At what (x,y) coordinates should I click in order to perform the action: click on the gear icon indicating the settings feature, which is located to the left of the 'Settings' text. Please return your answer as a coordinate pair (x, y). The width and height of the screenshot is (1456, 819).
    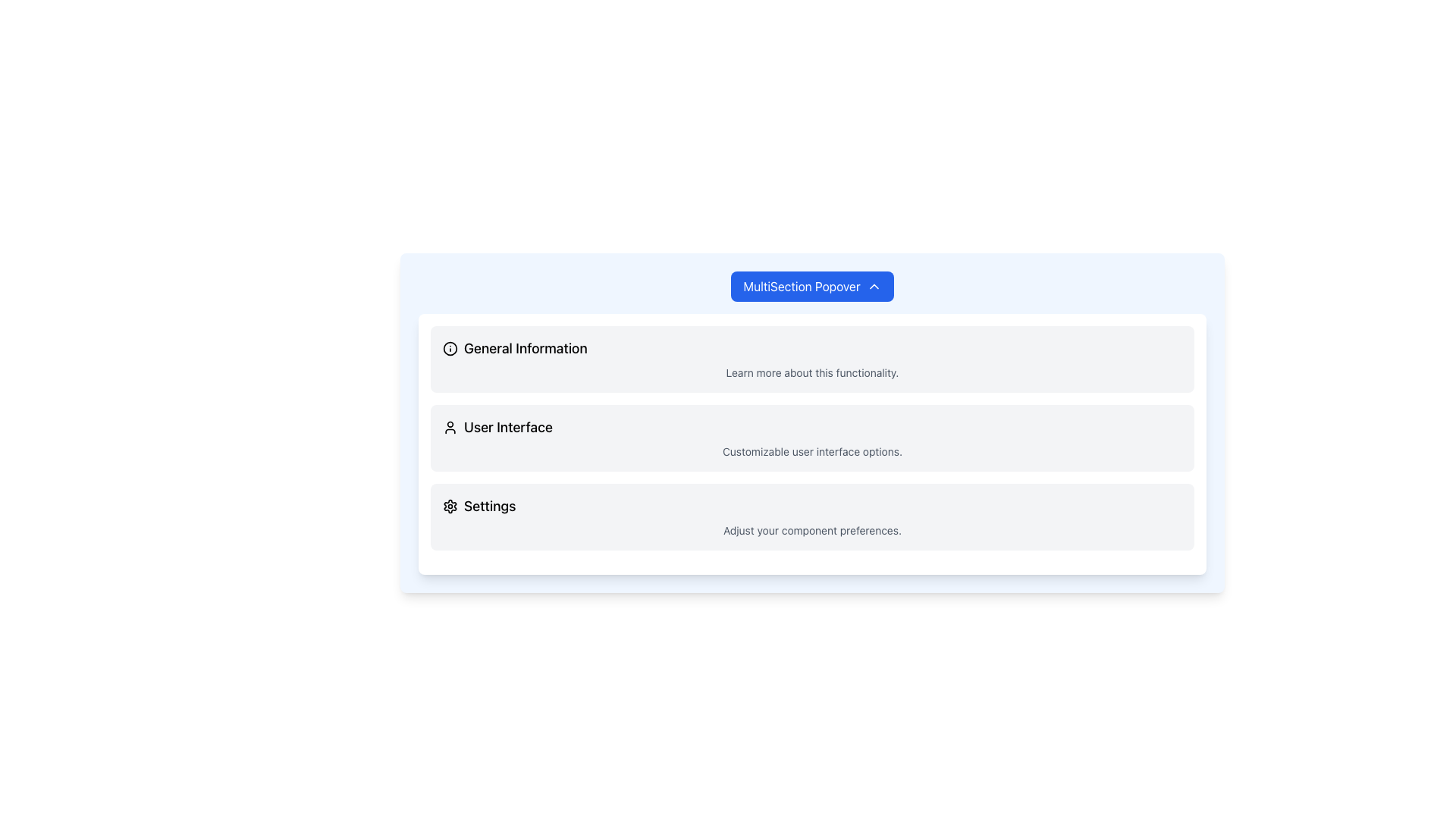
    Looking at the image, I should click on (450, 506).